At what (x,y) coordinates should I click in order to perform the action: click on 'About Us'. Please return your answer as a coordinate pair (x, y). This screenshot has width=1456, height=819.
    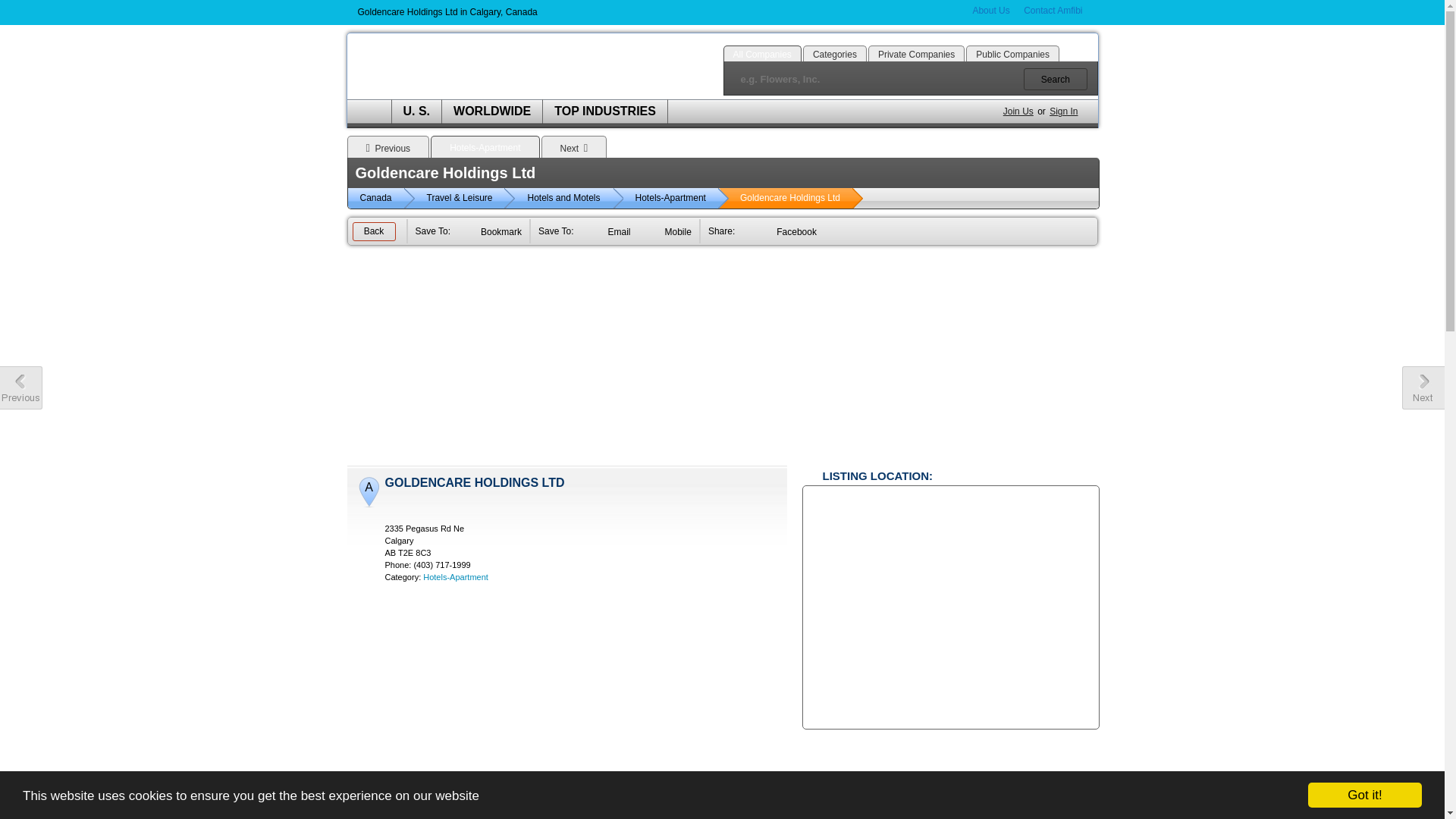
    Looking at the image, I should click on (990, 11).